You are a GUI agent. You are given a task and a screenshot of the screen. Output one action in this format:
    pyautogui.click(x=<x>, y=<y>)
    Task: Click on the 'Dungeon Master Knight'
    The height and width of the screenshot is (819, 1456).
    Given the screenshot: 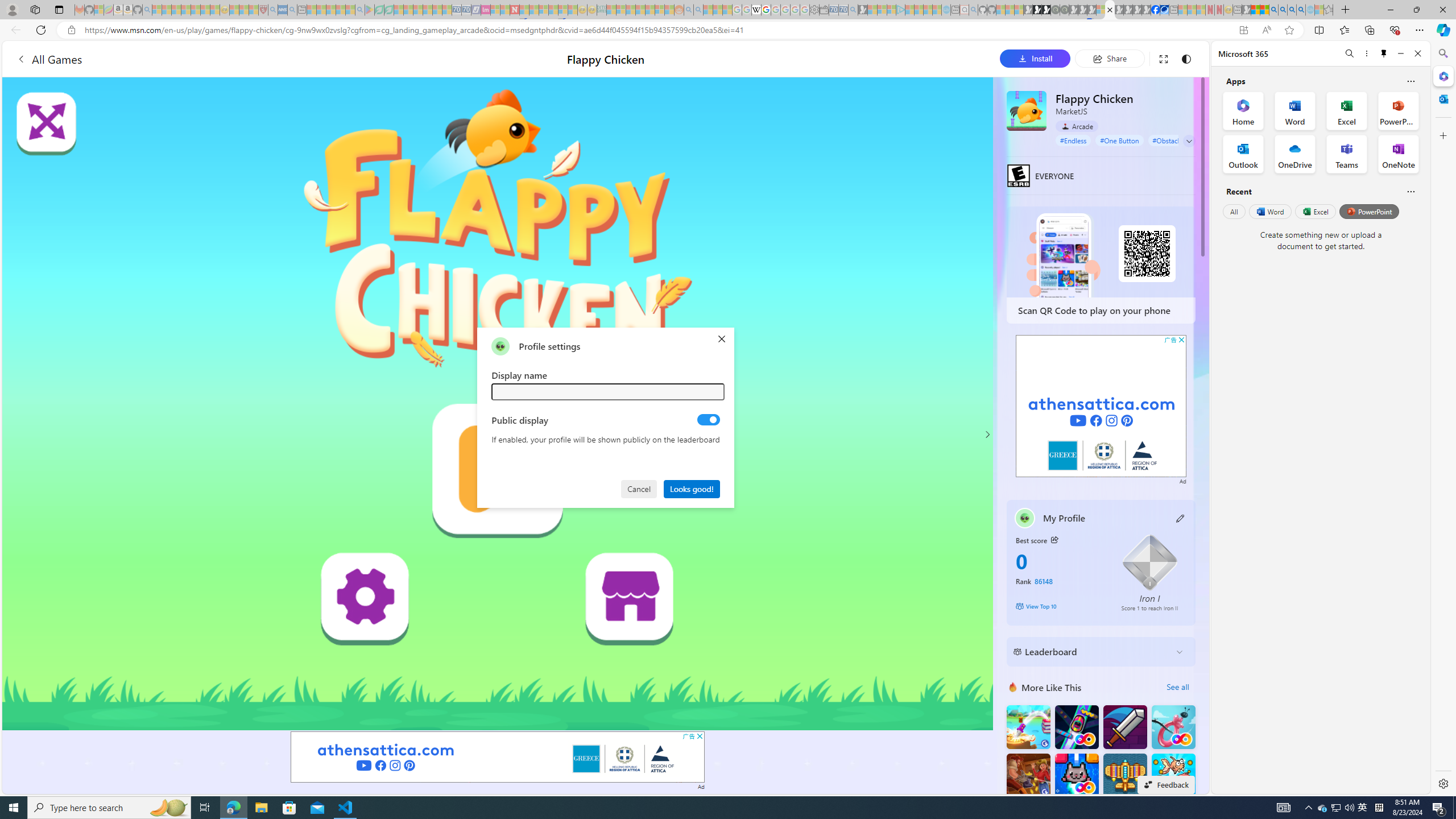 What is the action you would take?
    pyautogui.click(x=1124, y=727)
    